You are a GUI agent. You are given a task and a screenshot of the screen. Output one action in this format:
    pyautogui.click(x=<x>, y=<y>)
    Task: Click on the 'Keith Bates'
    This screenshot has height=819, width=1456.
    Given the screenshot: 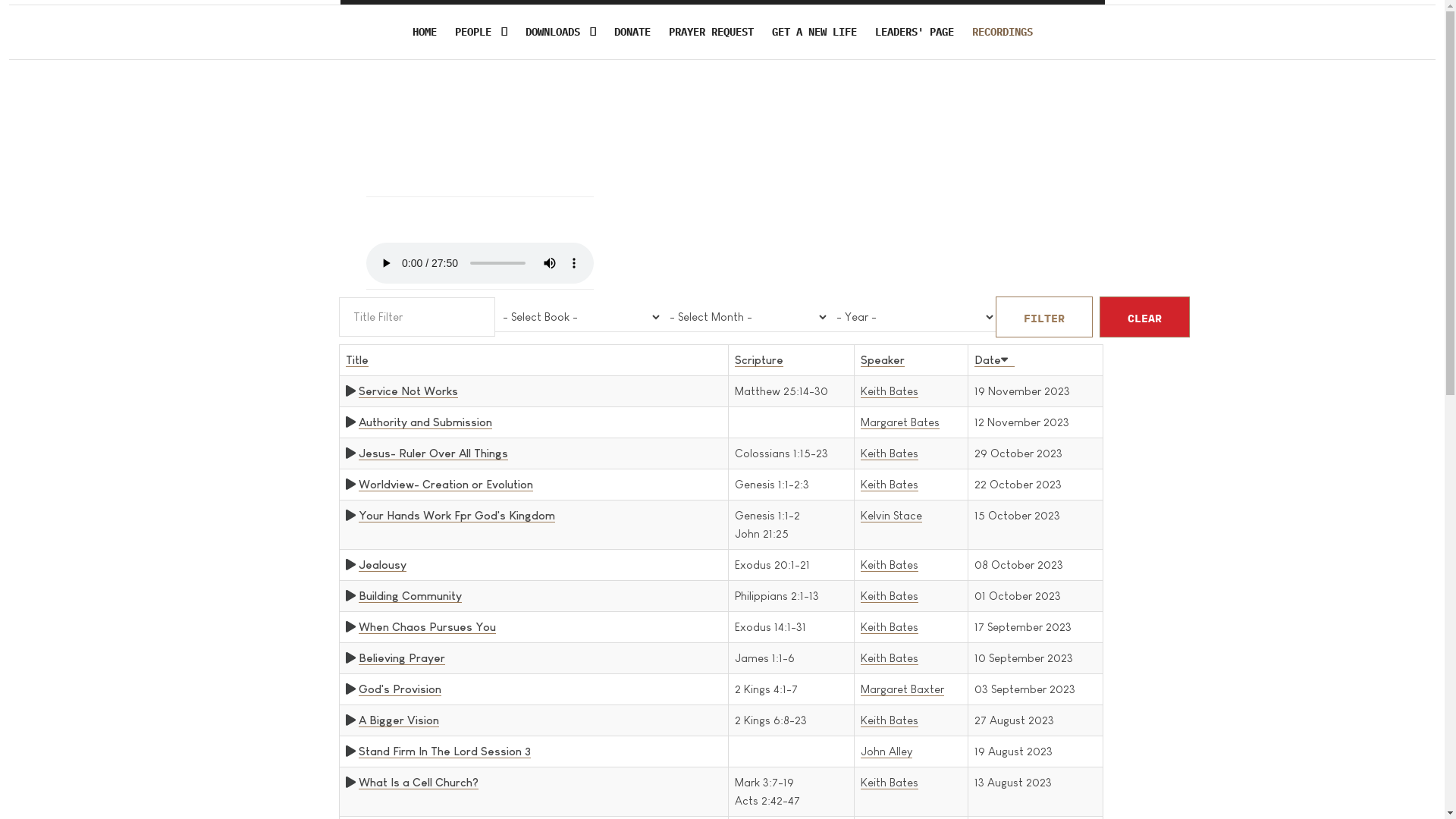 What is the action you would take?
    pyautogui.click(x=889, y=564)
    